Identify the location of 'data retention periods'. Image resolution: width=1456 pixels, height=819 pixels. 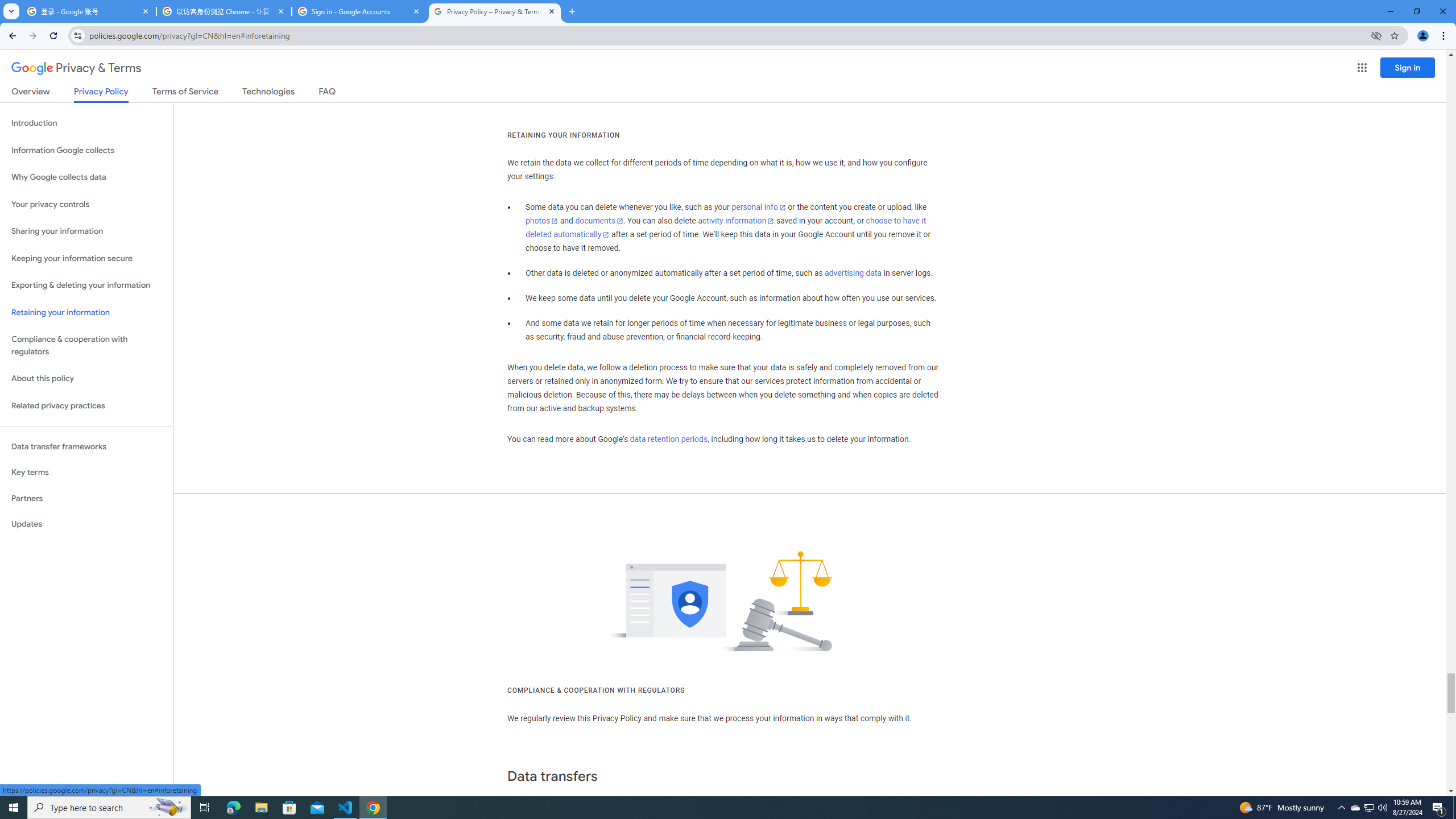
(668, 440).